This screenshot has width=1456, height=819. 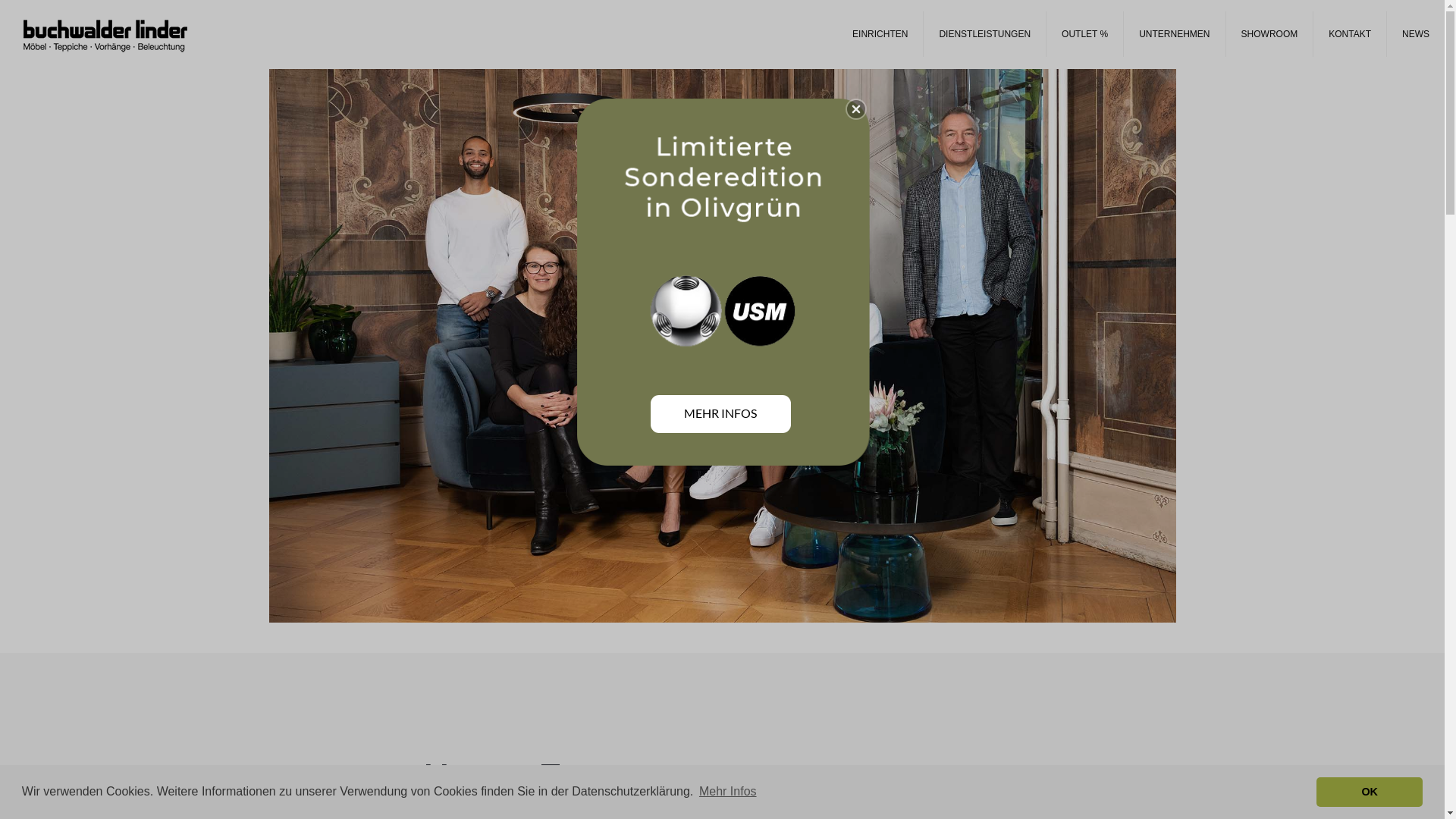 I want to click on 'OUTLET %', so click(x=1084, y=34).